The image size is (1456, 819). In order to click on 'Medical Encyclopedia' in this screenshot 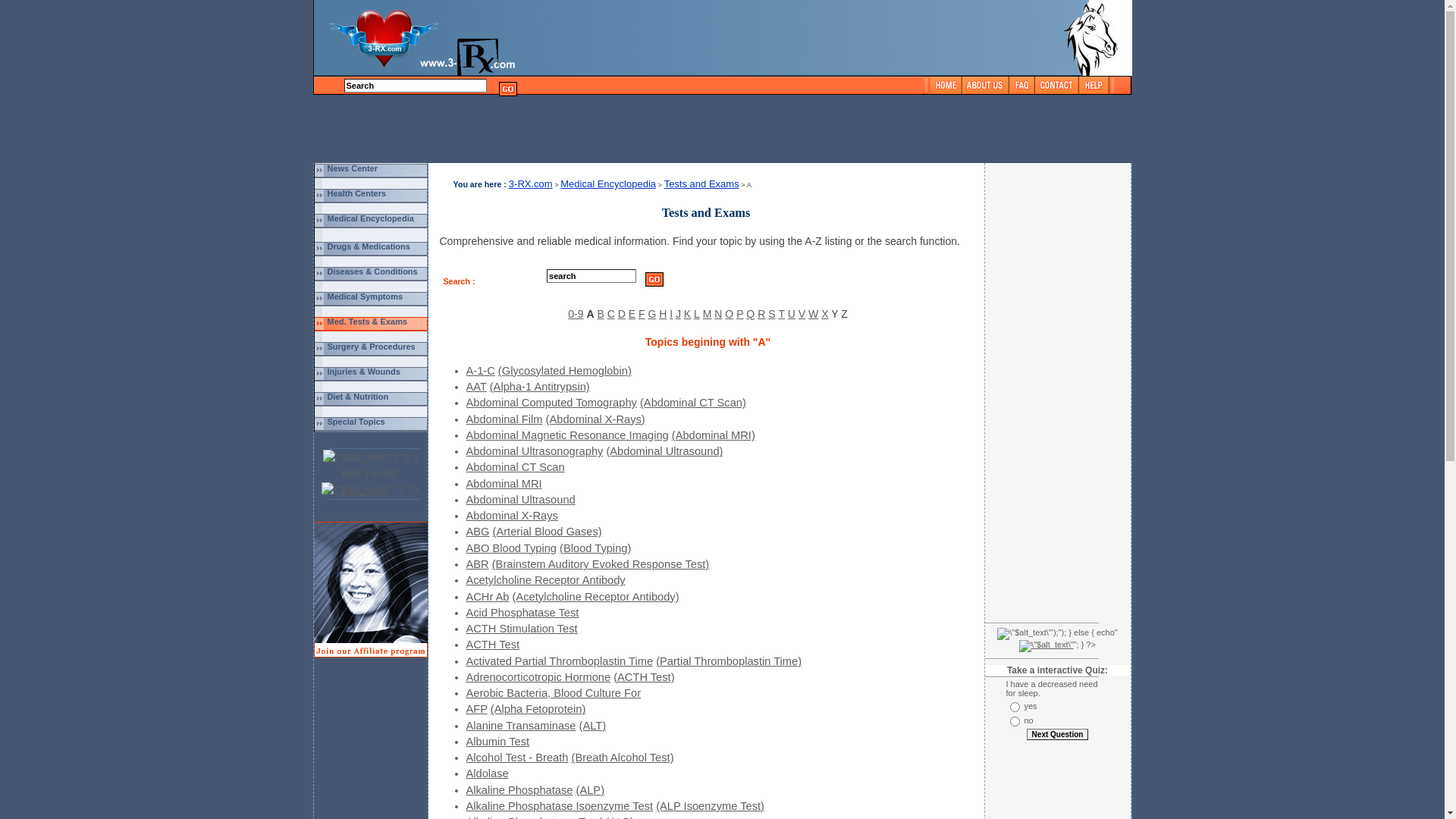, I will do `click(371, 218)`.